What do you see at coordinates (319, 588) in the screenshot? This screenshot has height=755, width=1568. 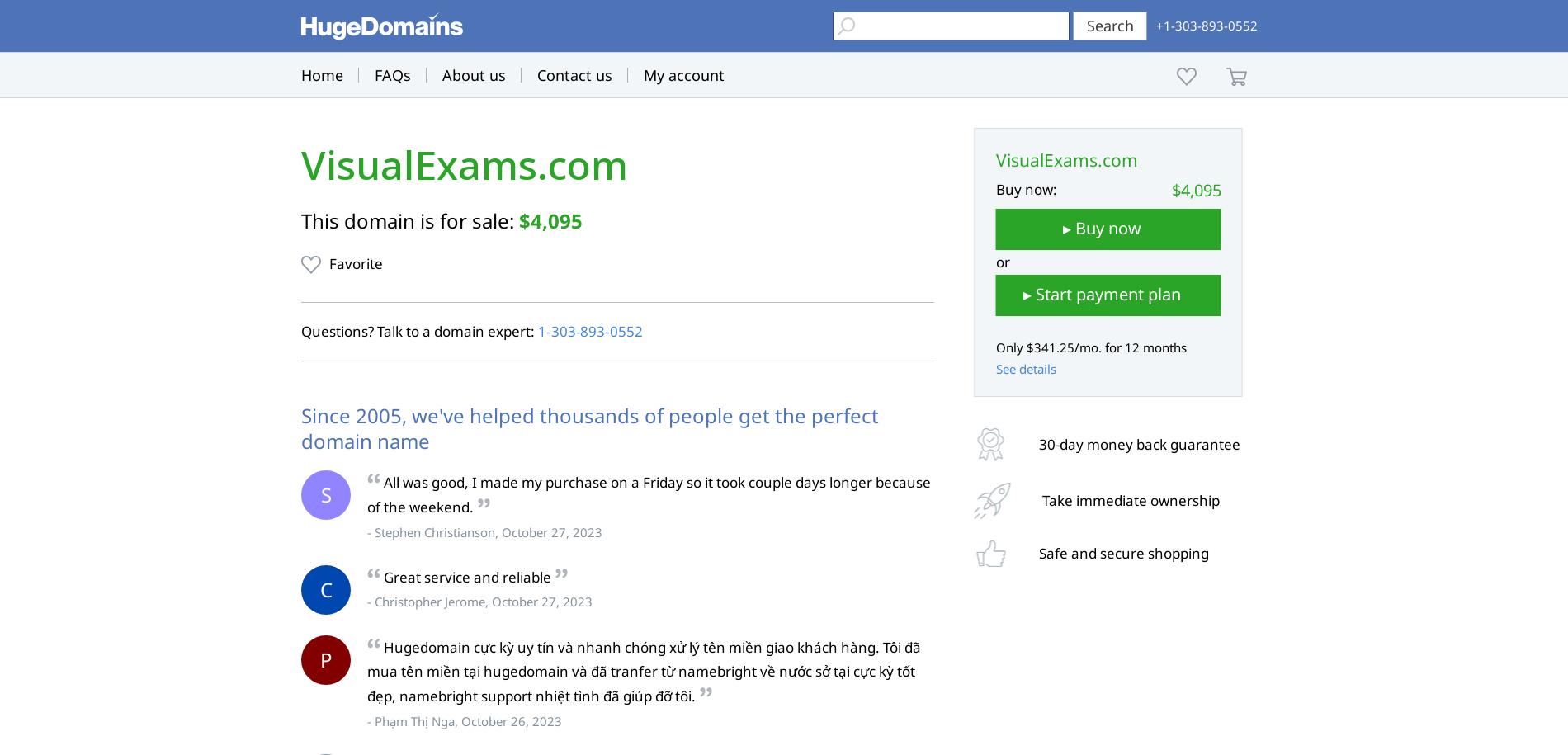 I see `'C'` at bounding box center [319, 588].